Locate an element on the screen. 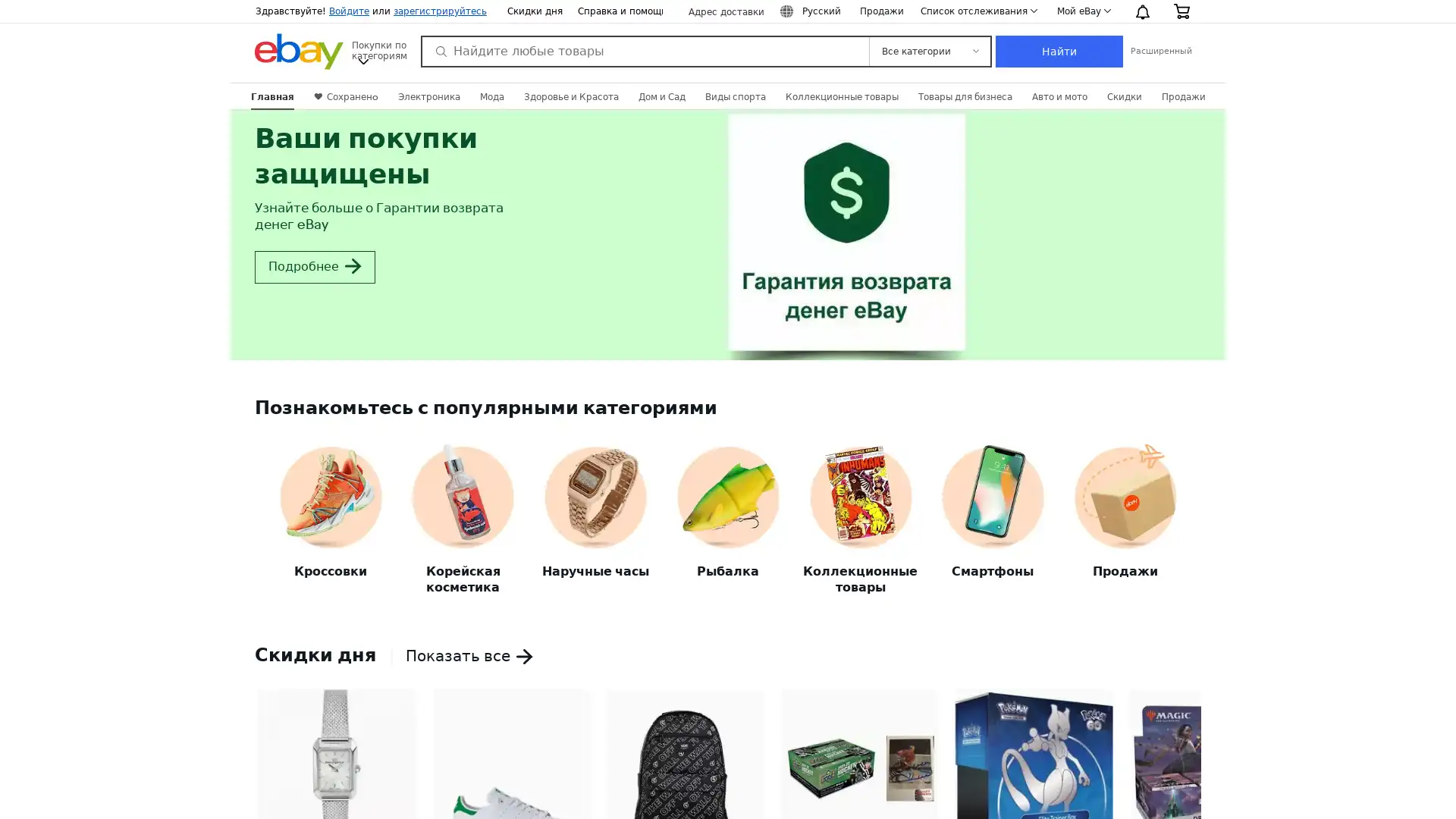 The width and height of the screenshot is (1456, 819). - is located at coordinates (1188, 788).